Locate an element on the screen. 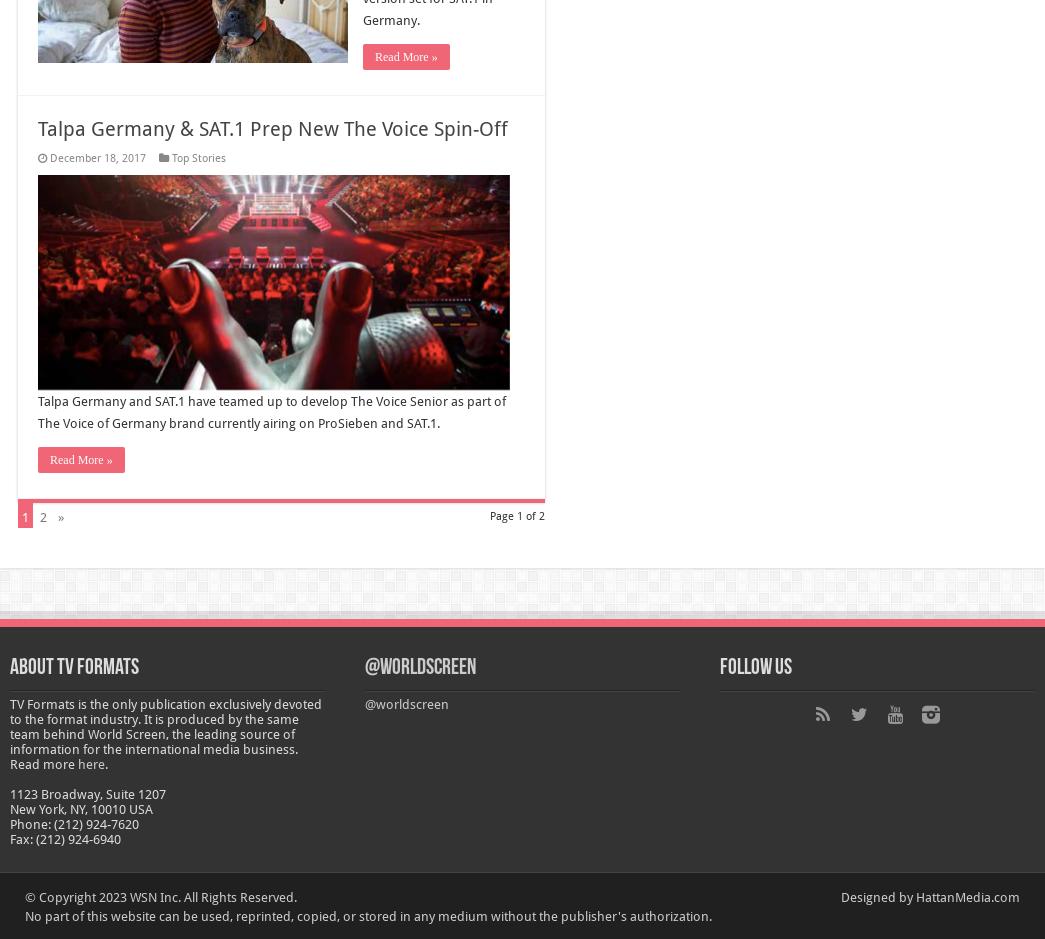 The width and height of the screenshot is (1045, 939). 'December 18, 2017' is located at coordinates (98, 158).